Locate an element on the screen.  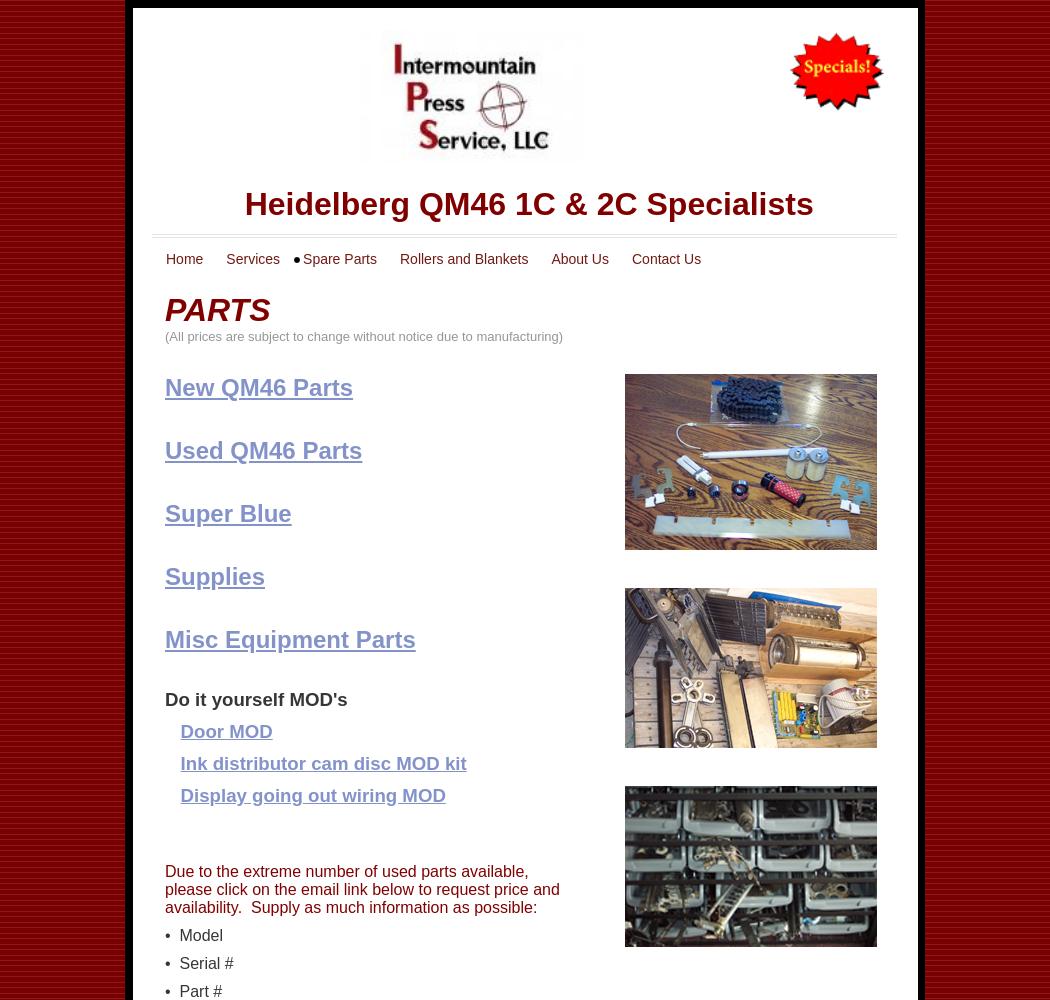
'parts' is located at coordinates (164, 309).